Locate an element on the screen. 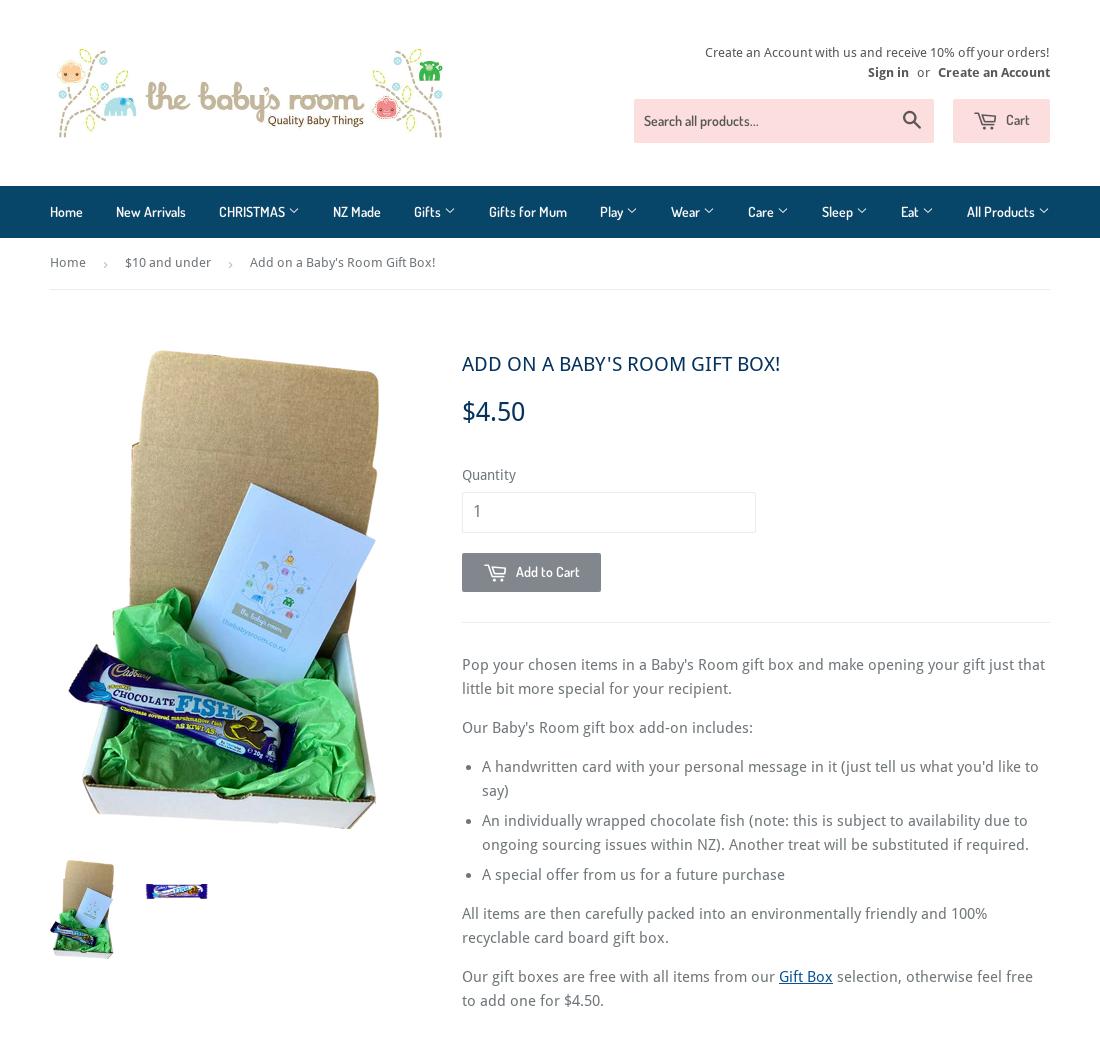 The width and height of the screenshot is (1100, 1043). '$4.50' is located at coordinates (493, 411).